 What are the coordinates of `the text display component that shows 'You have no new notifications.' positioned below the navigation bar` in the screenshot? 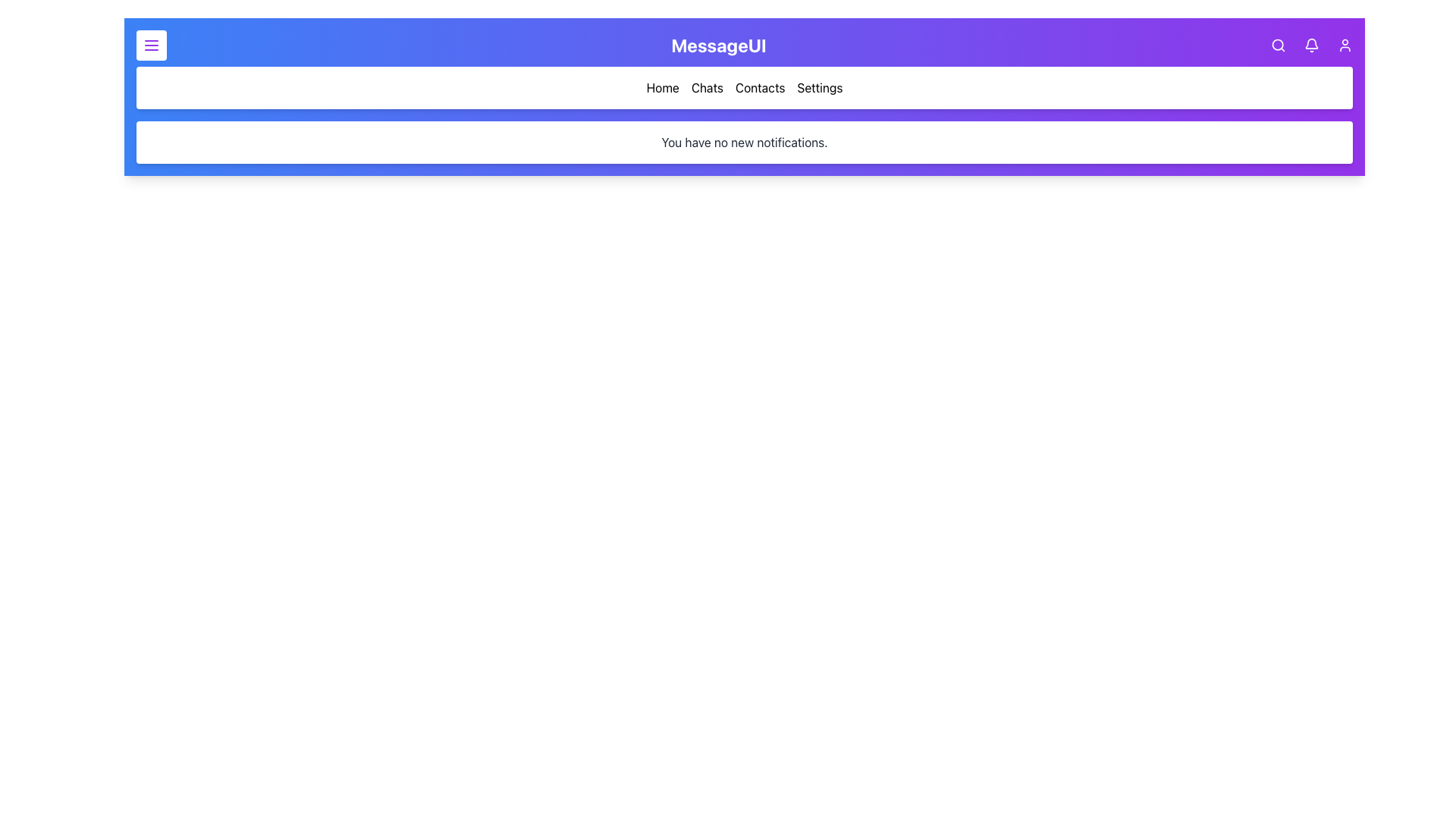 It's located at (745, 143).